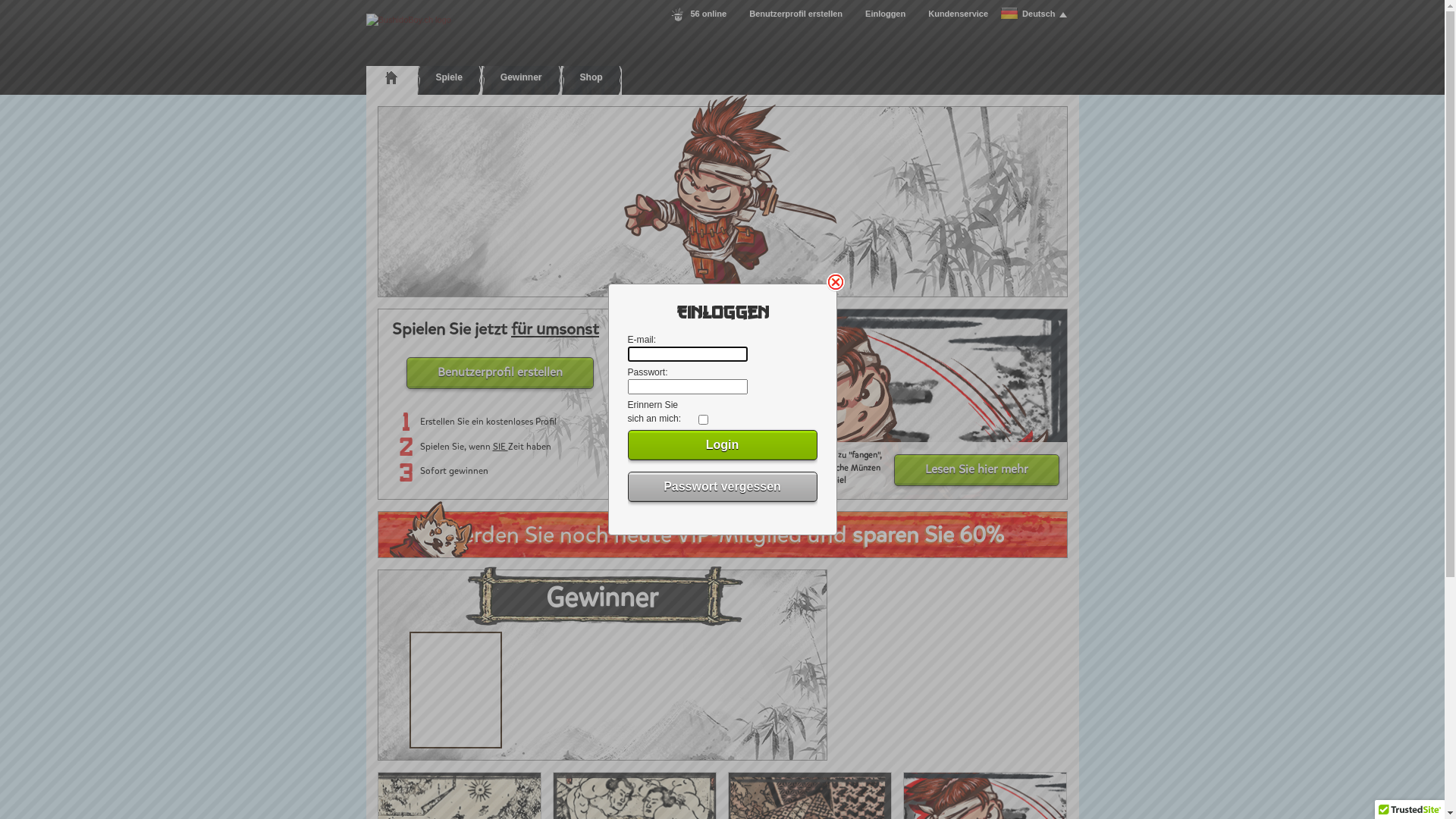 The height and width of the screenshot is (819, 1456). Describe the element at coordinates (795, 14) in the screenshot. I see `'Benutzerprofil erstellen'` at that location.